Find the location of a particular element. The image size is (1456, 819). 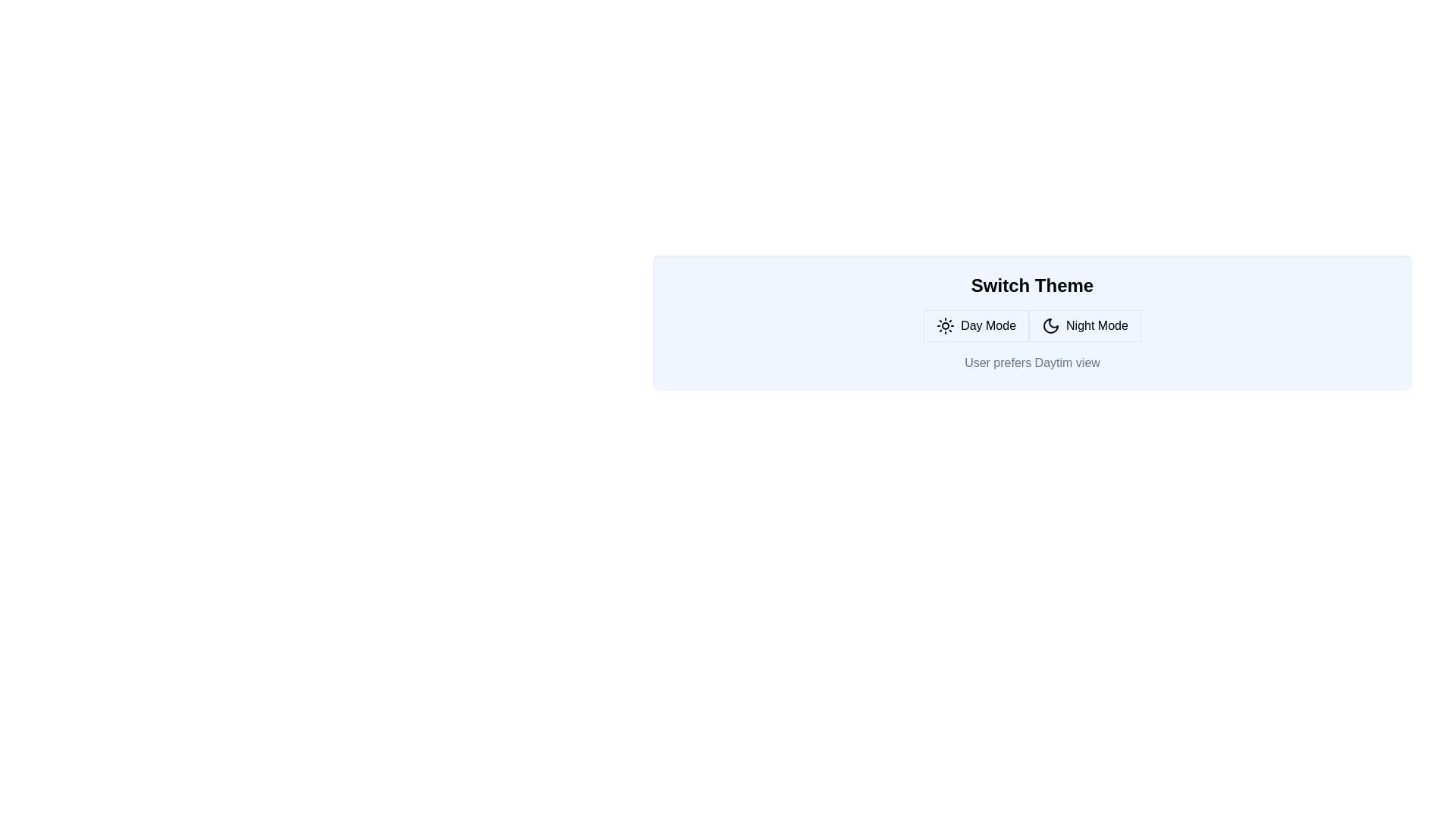

the button corresponding to Day Mode mode is located at coordinates (976, 325).